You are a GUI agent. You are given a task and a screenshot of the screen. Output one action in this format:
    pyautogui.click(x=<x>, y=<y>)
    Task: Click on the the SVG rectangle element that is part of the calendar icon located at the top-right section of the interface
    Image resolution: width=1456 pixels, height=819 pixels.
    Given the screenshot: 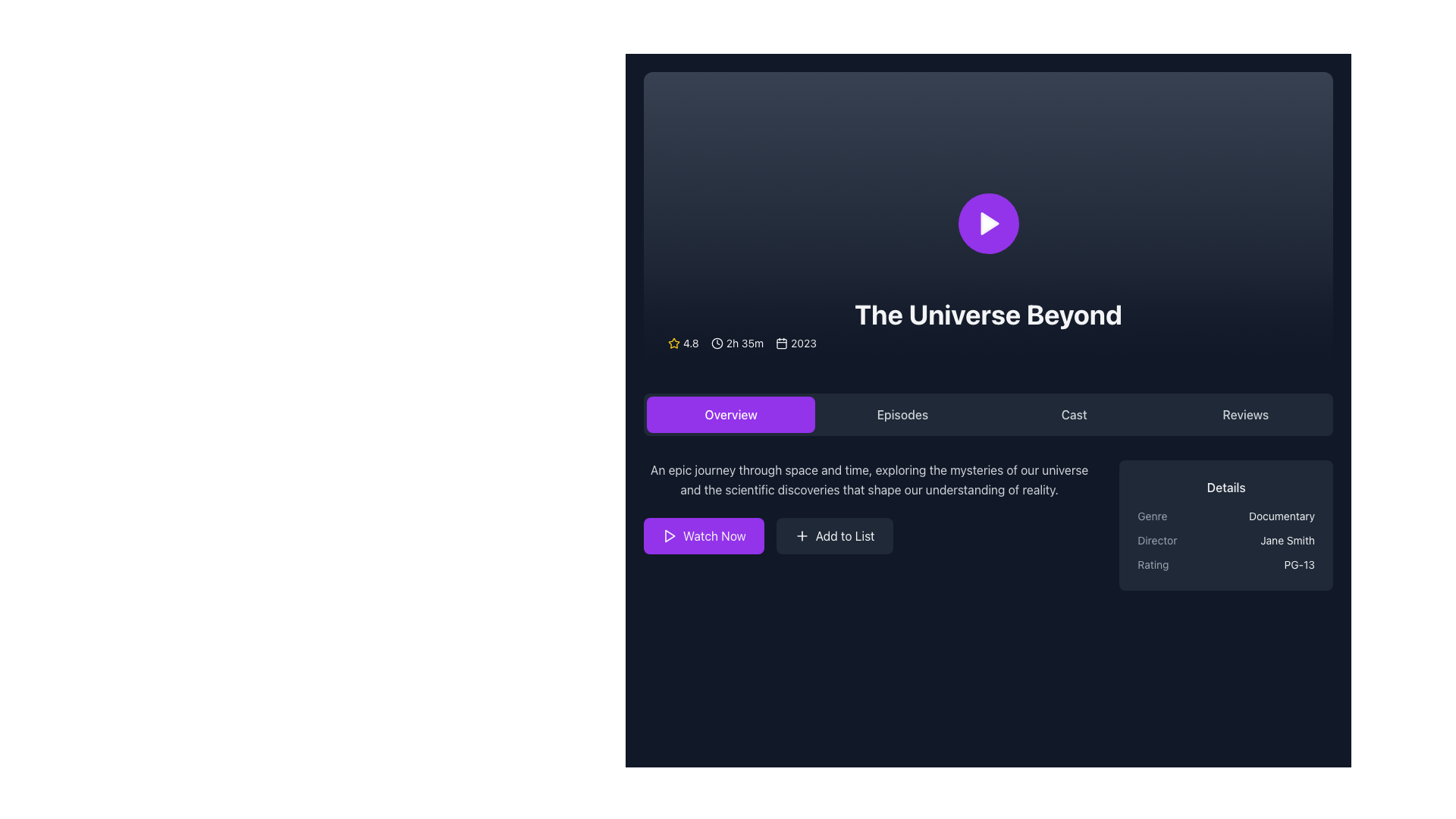 What is the action you would take?
    pyautogui.click(x=782, y=344)
    